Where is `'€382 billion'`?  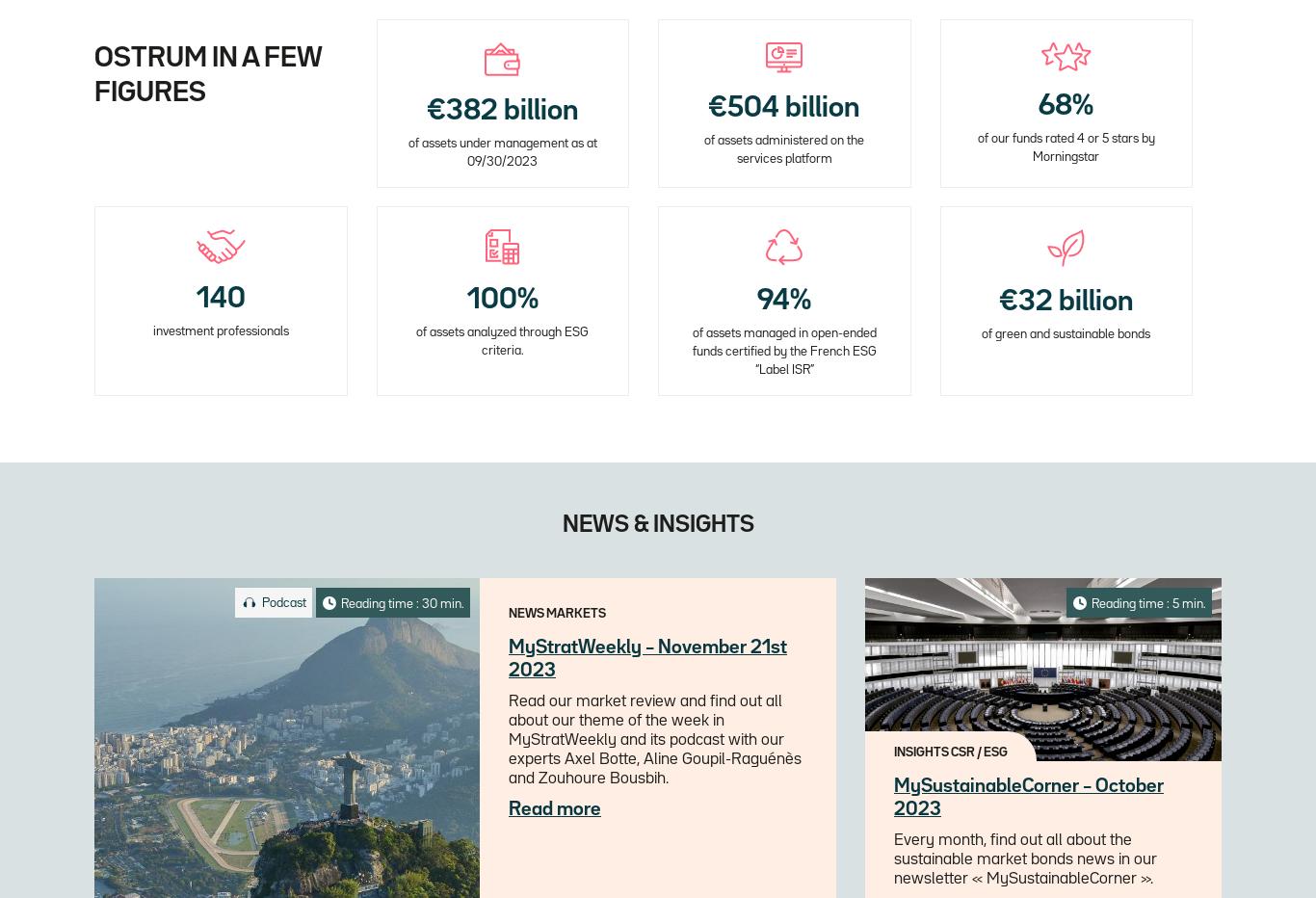
'€382 billion' is located at coordinates (425, 111).